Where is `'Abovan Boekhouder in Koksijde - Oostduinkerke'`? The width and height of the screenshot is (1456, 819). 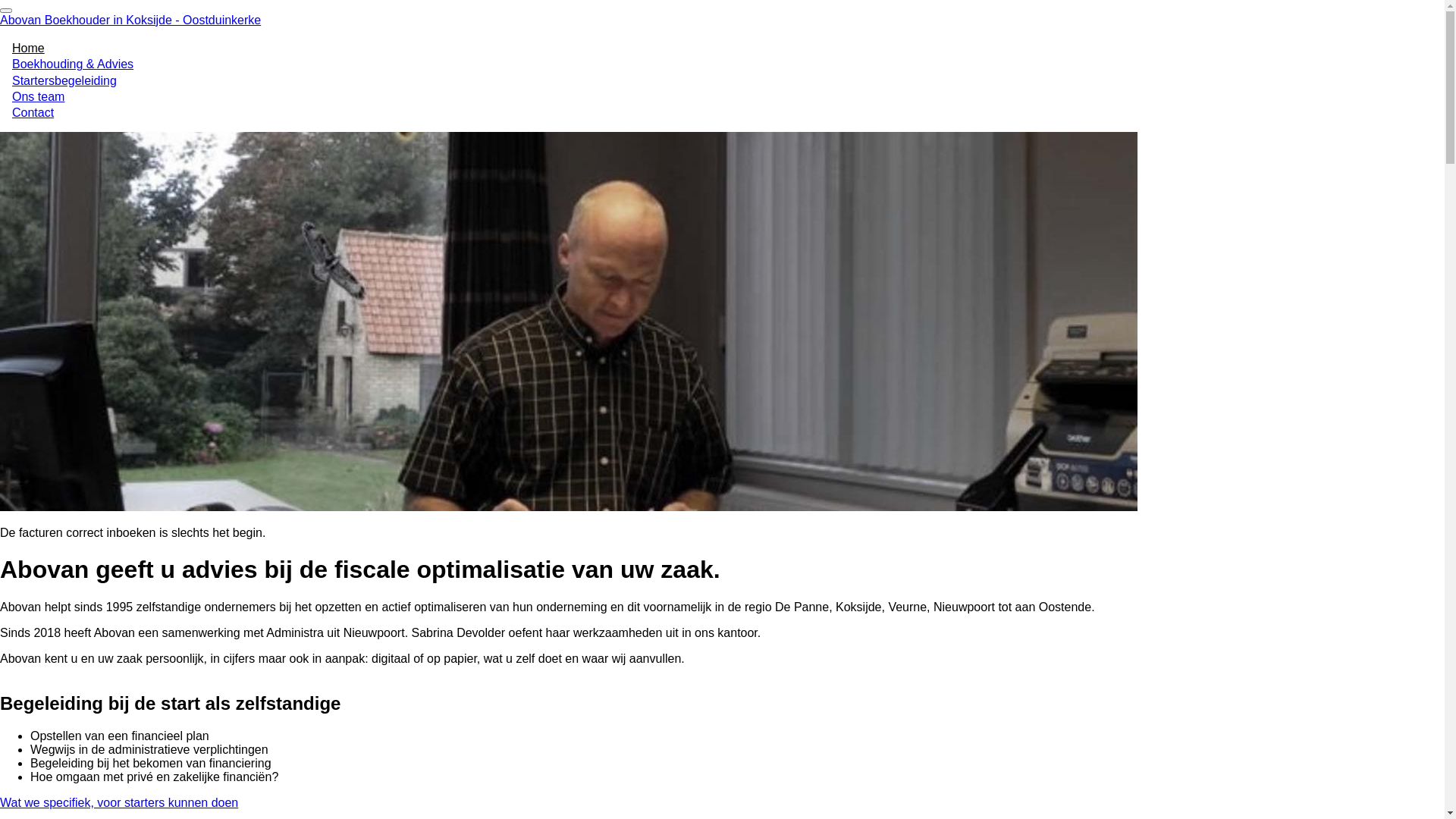 'Abovan Boekhouder in Koksijde - Oostduinkerke' is located at coordinates (130, 20).